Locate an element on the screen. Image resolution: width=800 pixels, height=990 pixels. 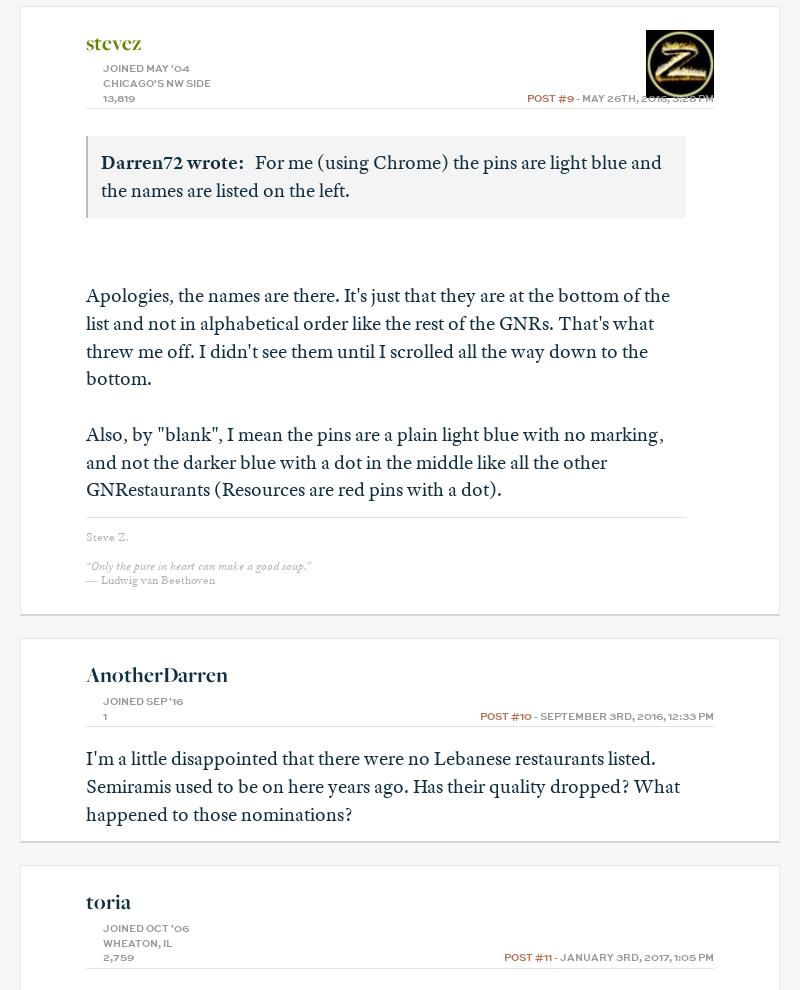
'Wheaton, IL' is located at coordinates (137, 942).